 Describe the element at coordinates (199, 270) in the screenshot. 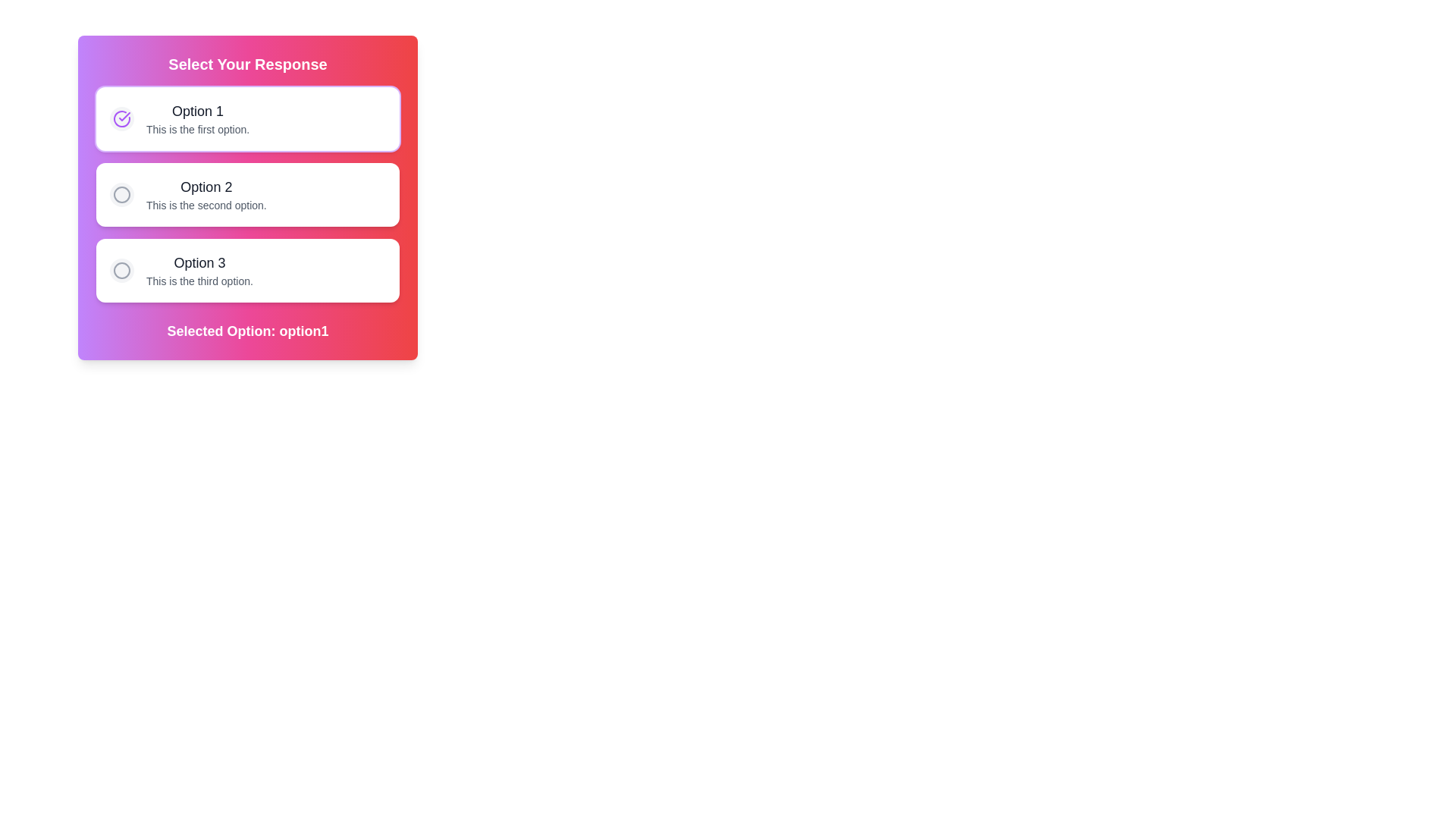

I see `the third option item in the vertical list` at that location.